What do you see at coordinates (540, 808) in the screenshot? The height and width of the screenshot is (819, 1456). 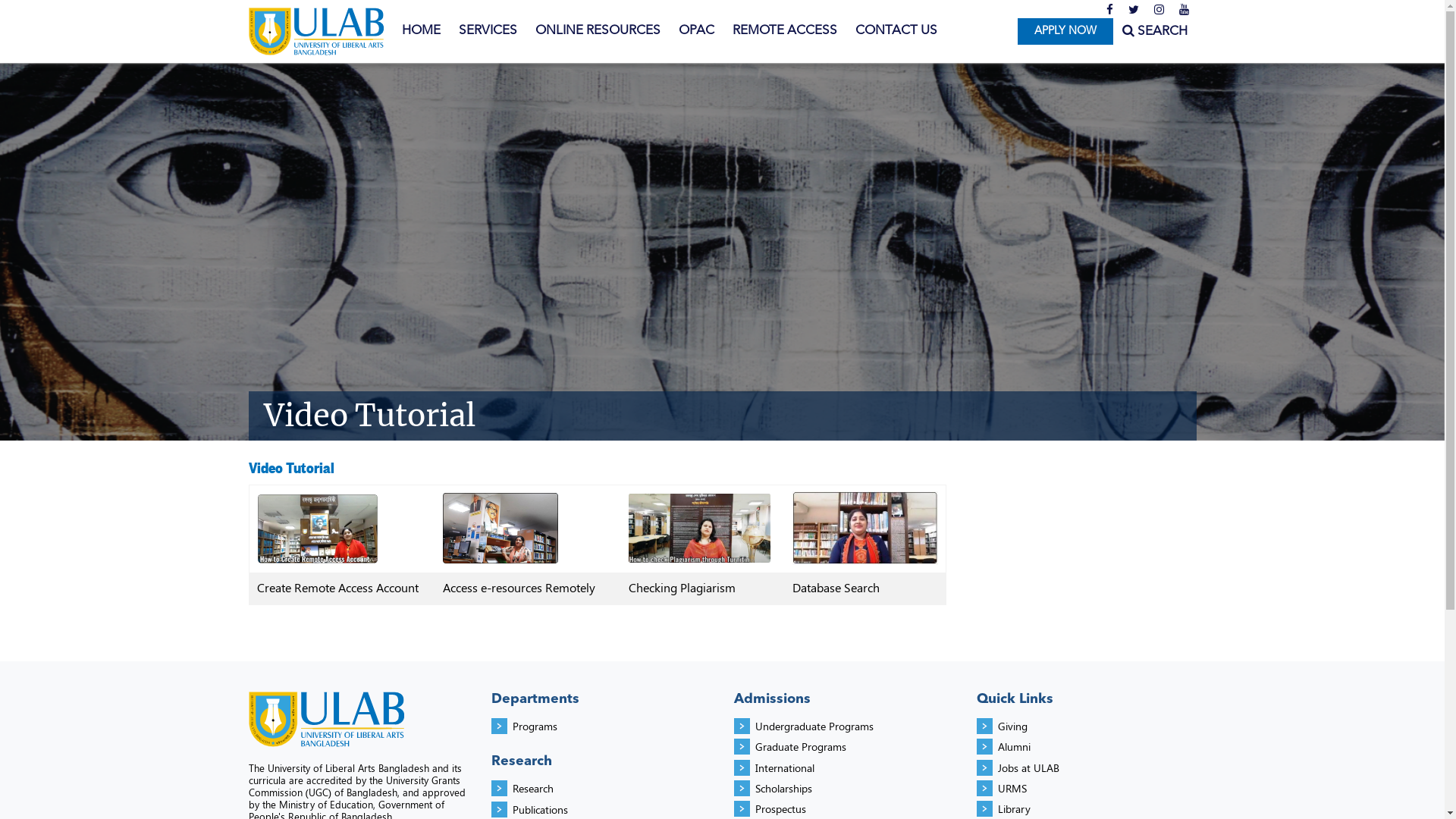 I see `'Publications'` at bounding box center [540, 808].